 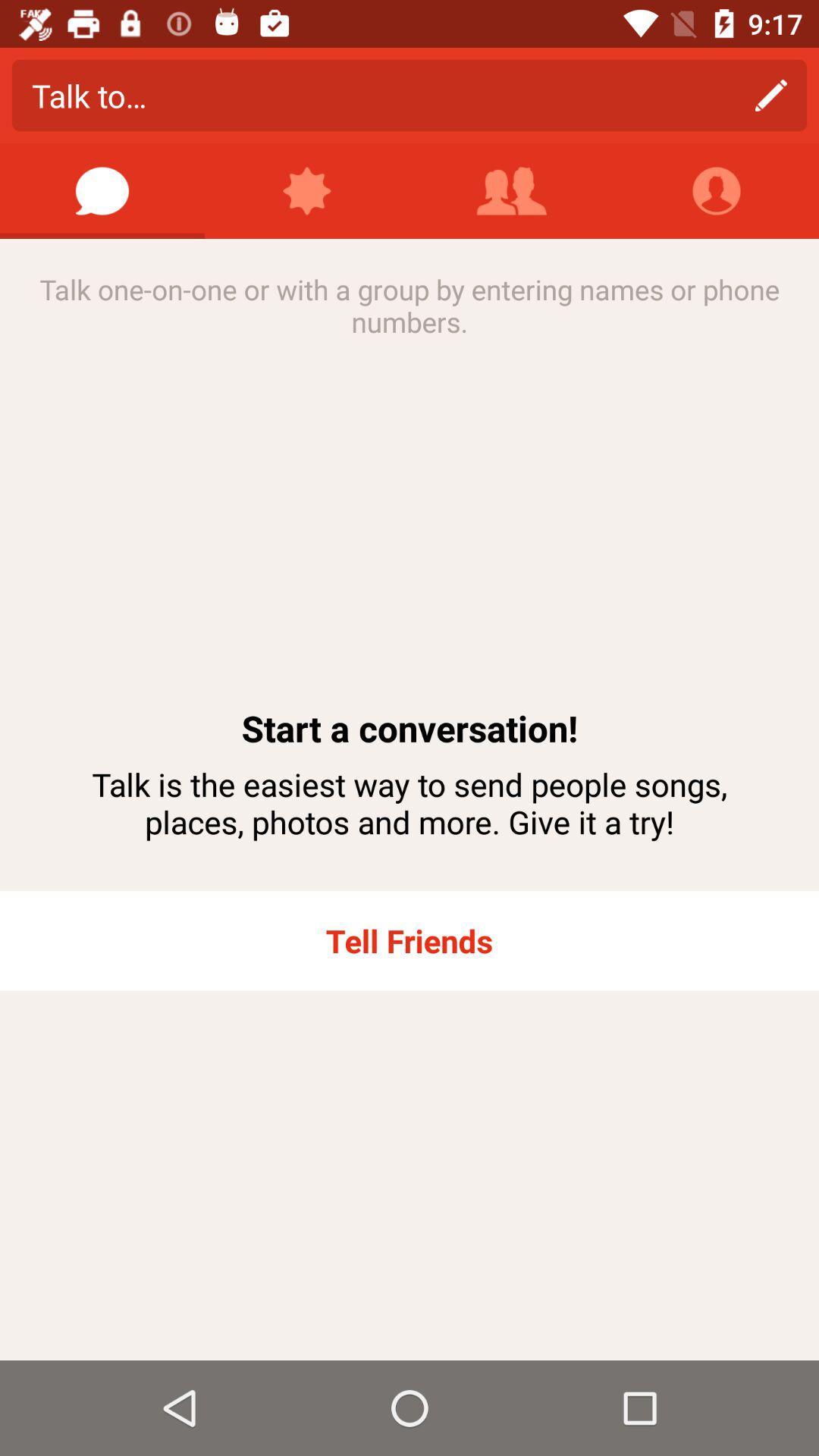 I want to click on the attach_file icon, so click(x=717, y=190).